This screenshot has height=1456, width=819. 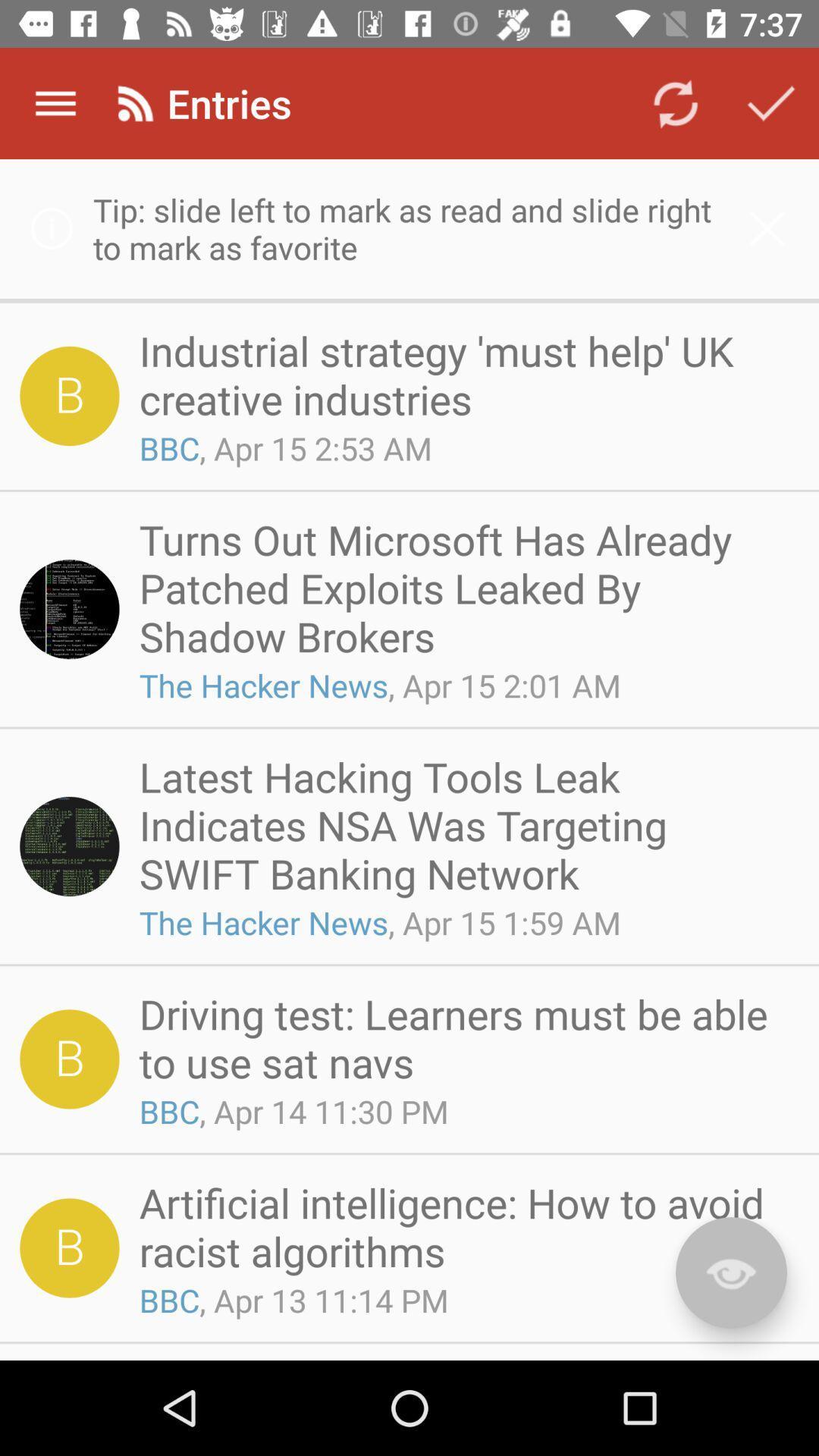 I want to click on the icon to the right of the entries icon, so click(x=675, y=102).